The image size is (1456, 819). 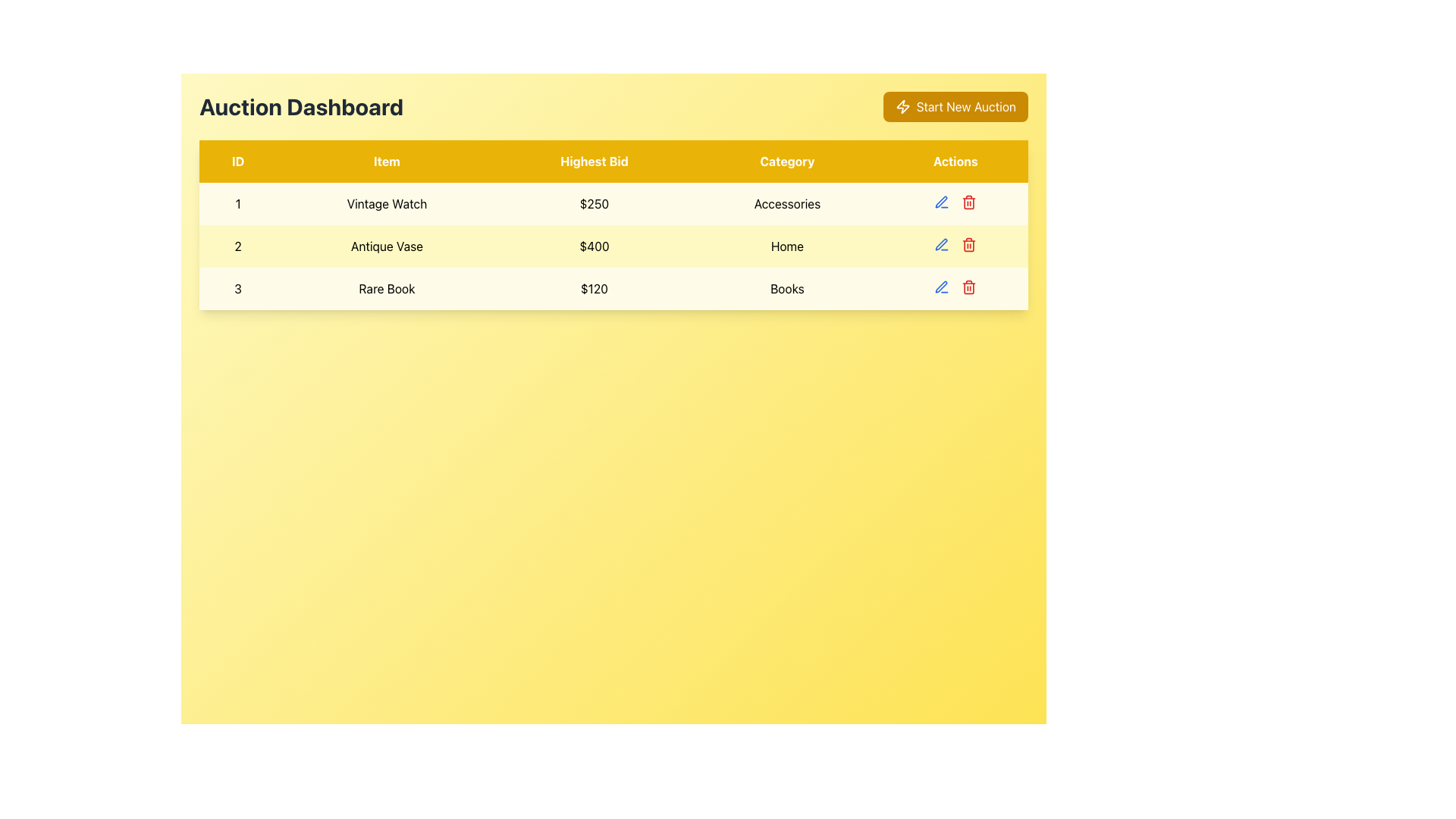 I want to click on text of the 'ID' column header in the Auction Dashboard table, which is located at the top-left of the interface, so click(x=237, y=161).